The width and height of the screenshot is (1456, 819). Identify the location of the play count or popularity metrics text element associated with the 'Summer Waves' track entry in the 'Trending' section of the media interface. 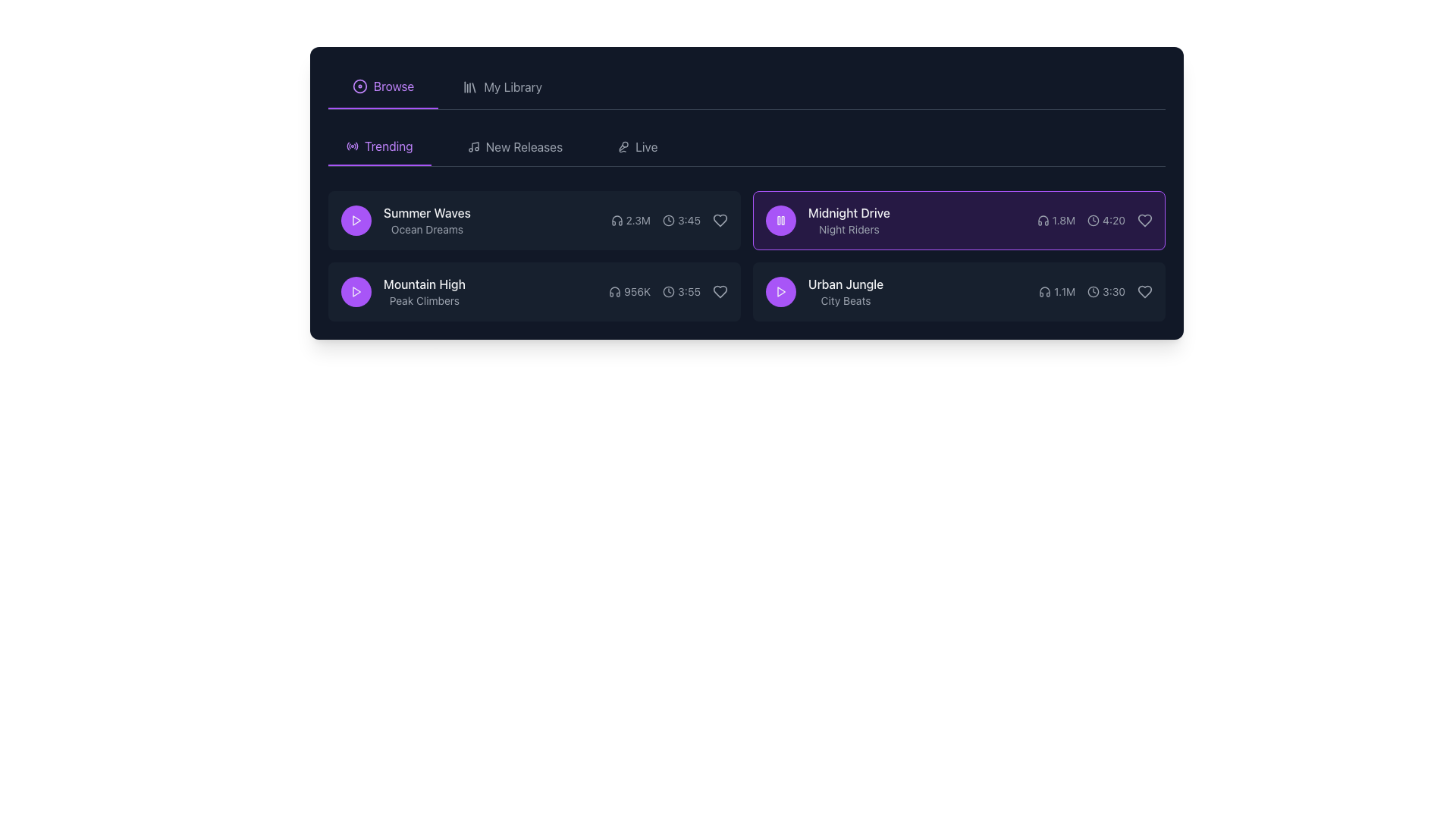
(630, 220).